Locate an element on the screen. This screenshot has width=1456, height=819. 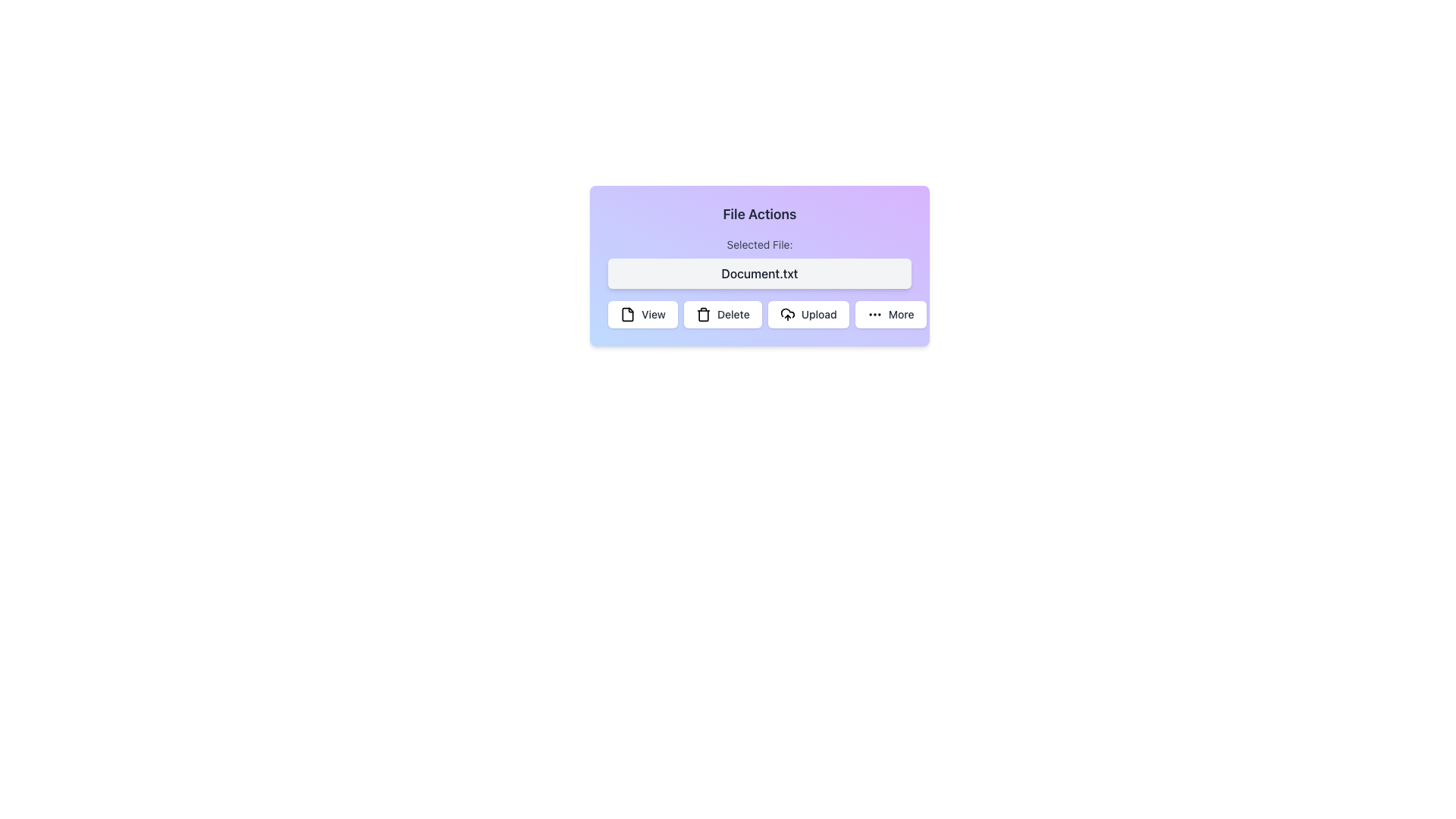
the interactive upload button located in the 'File Actions' section, which is the third button in a horizontal row is located at coordinates (808, 314).